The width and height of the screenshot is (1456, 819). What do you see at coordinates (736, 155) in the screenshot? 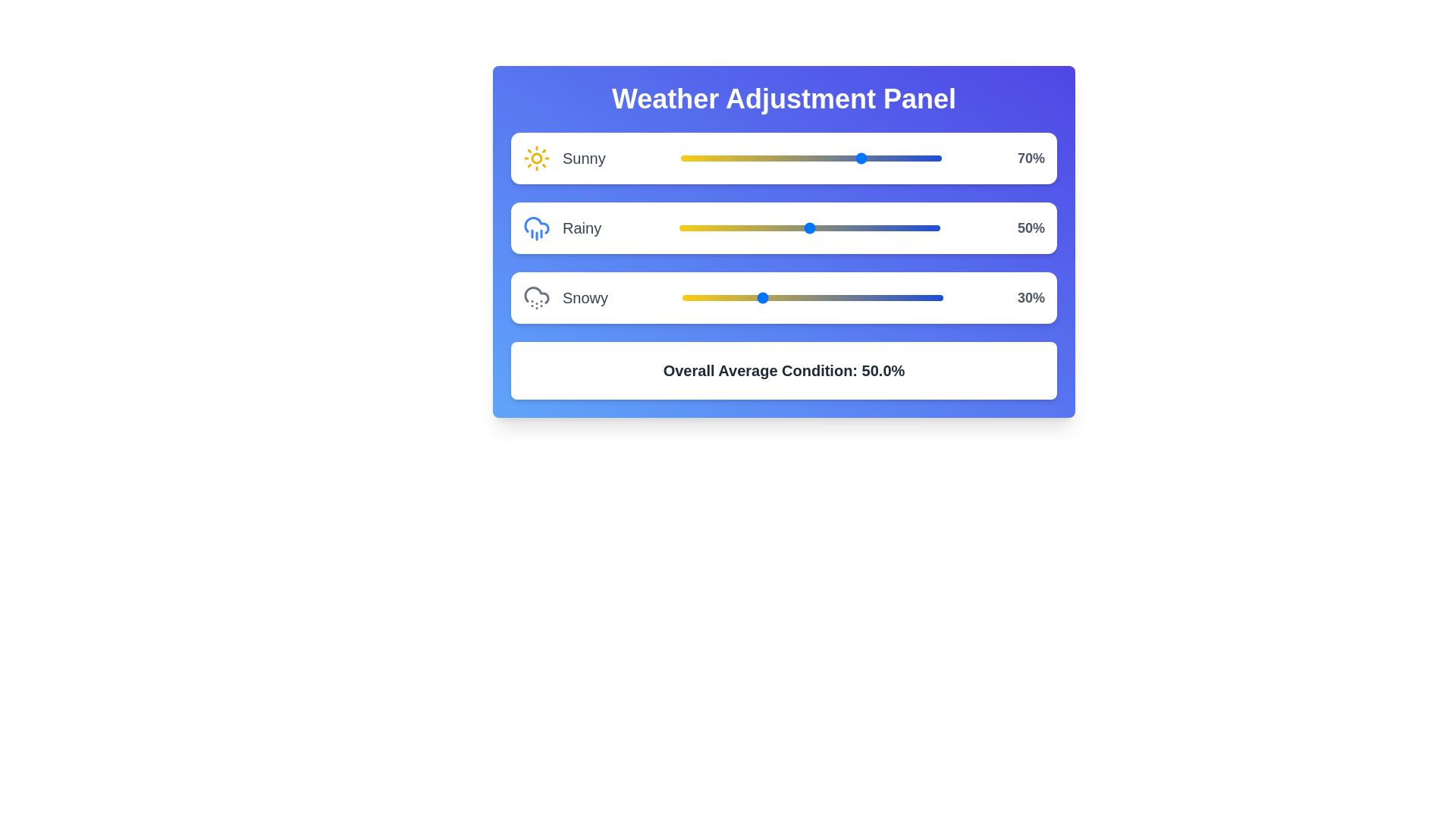
I see `the 'Sunny' slider` at bounding box center [736, 155].